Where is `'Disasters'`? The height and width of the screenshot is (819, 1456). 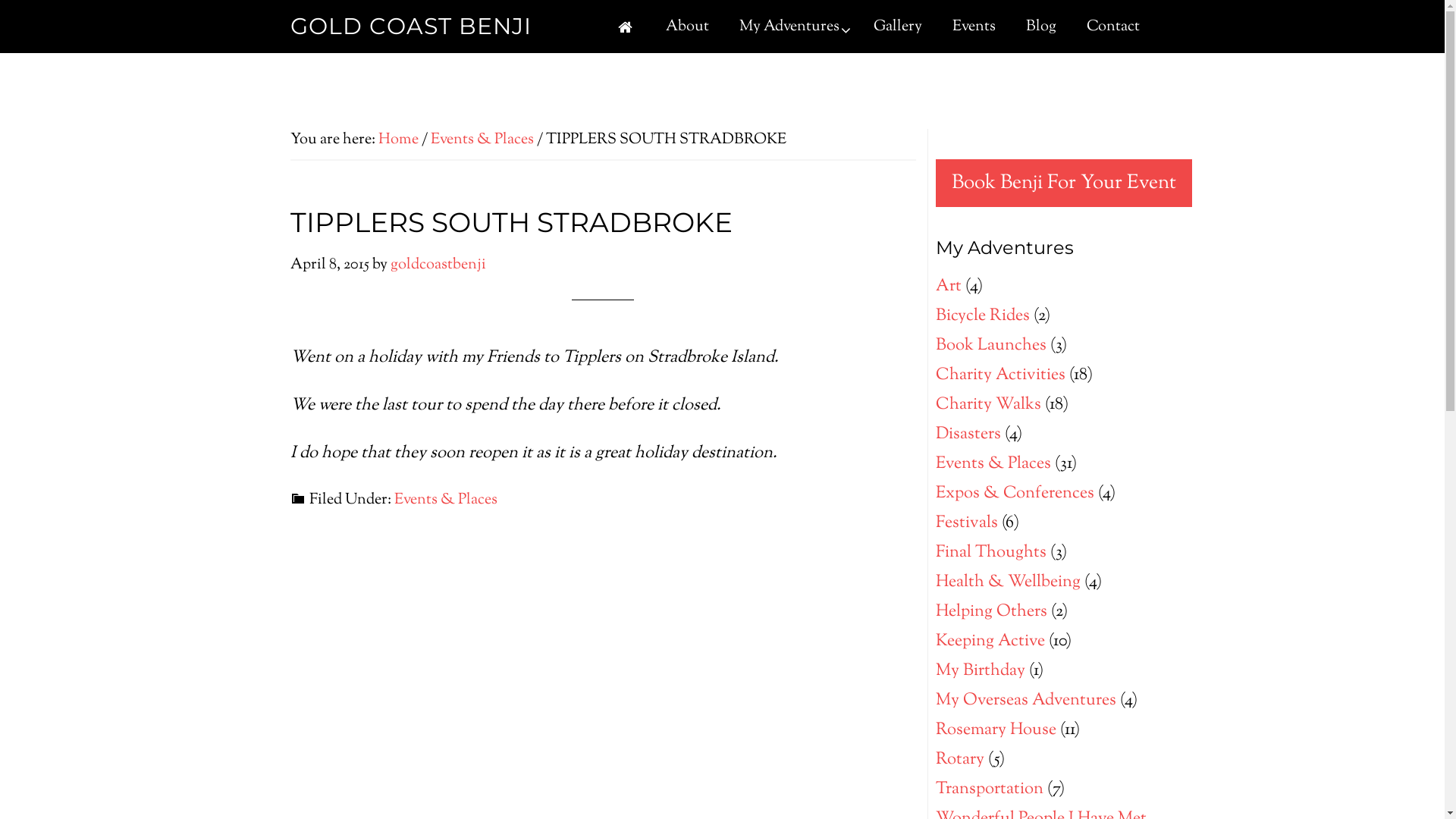
'Disasters' is located at coordinates (967, 435).